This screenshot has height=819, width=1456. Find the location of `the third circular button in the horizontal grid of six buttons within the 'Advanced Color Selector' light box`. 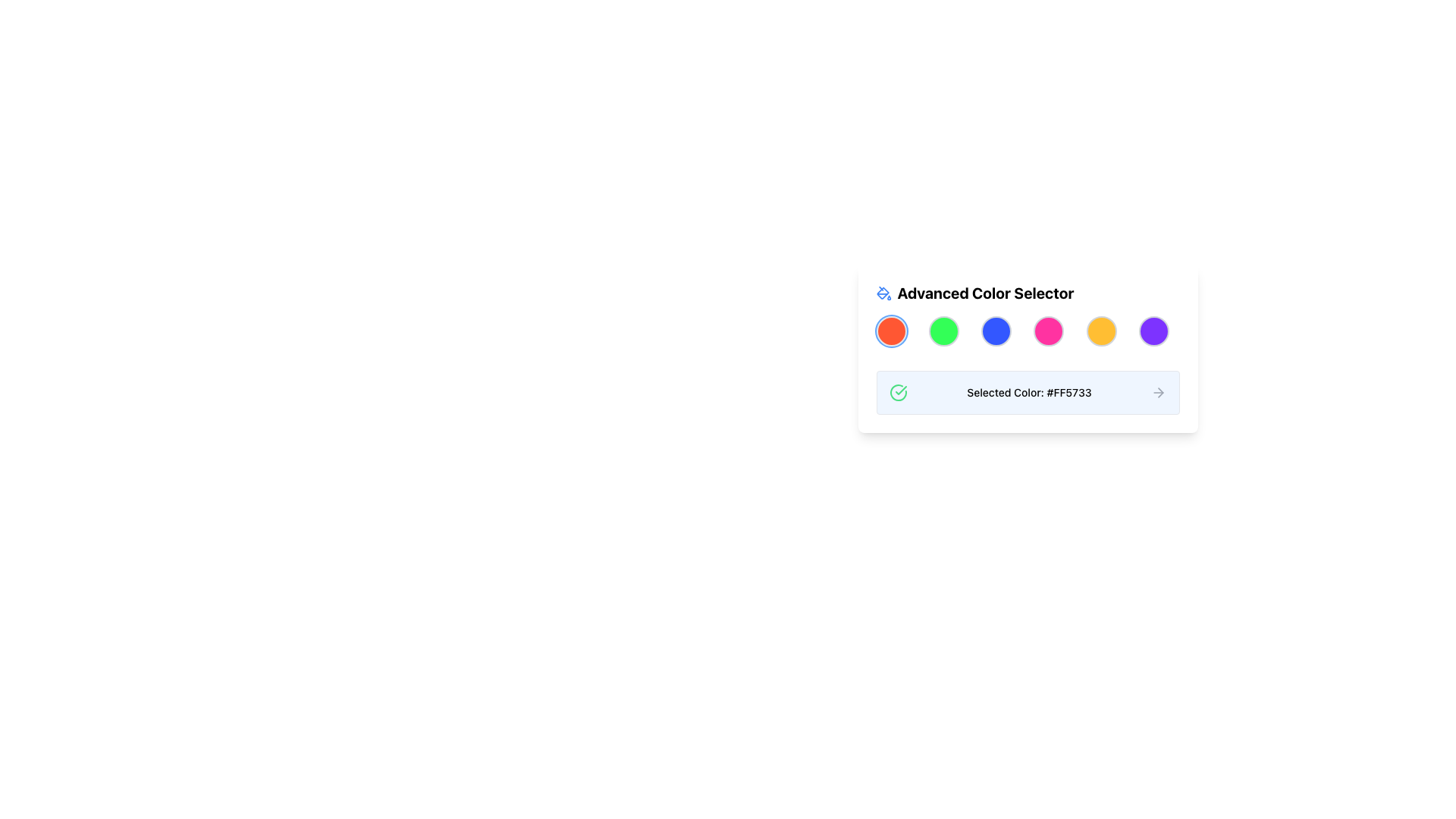

the third circular button in the horizontal grid of six buttons within the 'Advanced Color Selector' light box is located at coordinates (996, 330).